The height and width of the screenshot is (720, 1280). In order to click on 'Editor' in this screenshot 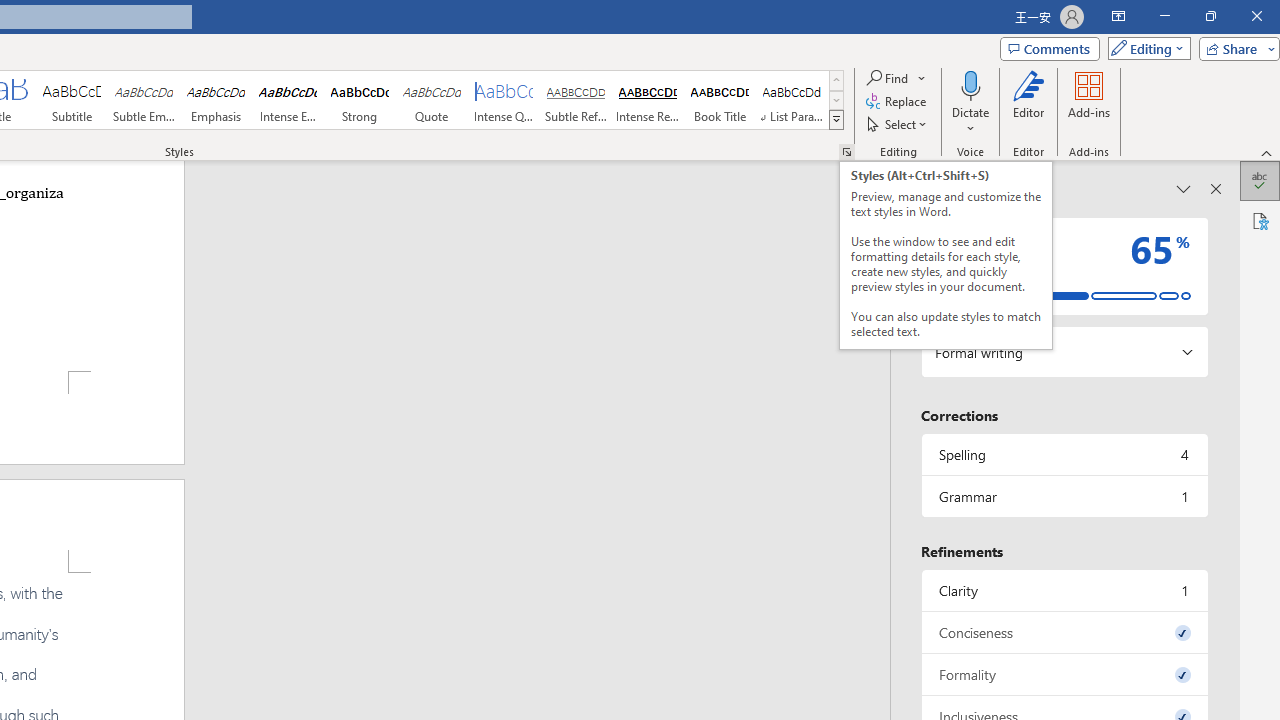, I will do `click(1029, 103)`.